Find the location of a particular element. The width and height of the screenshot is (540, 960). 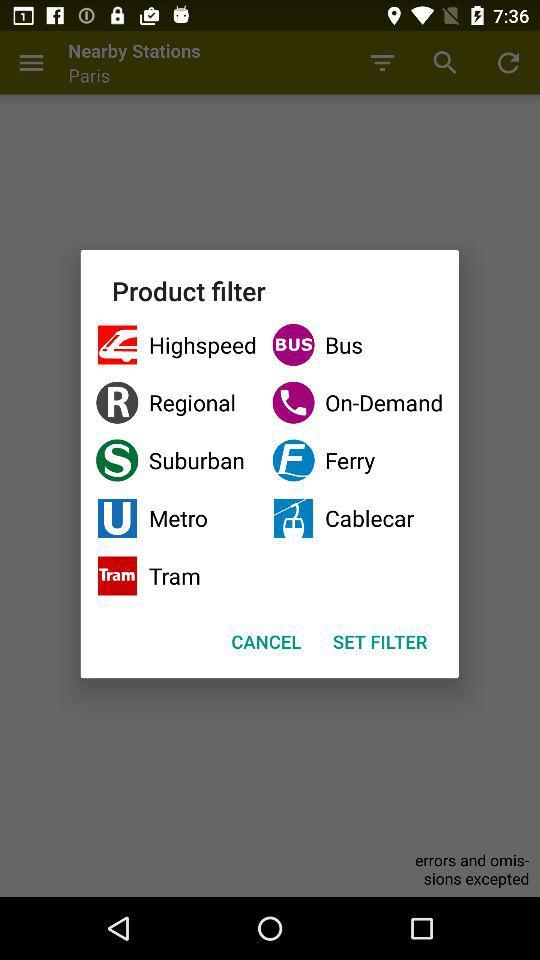

item to the right of suburban item is located at coordinates (356, 517).